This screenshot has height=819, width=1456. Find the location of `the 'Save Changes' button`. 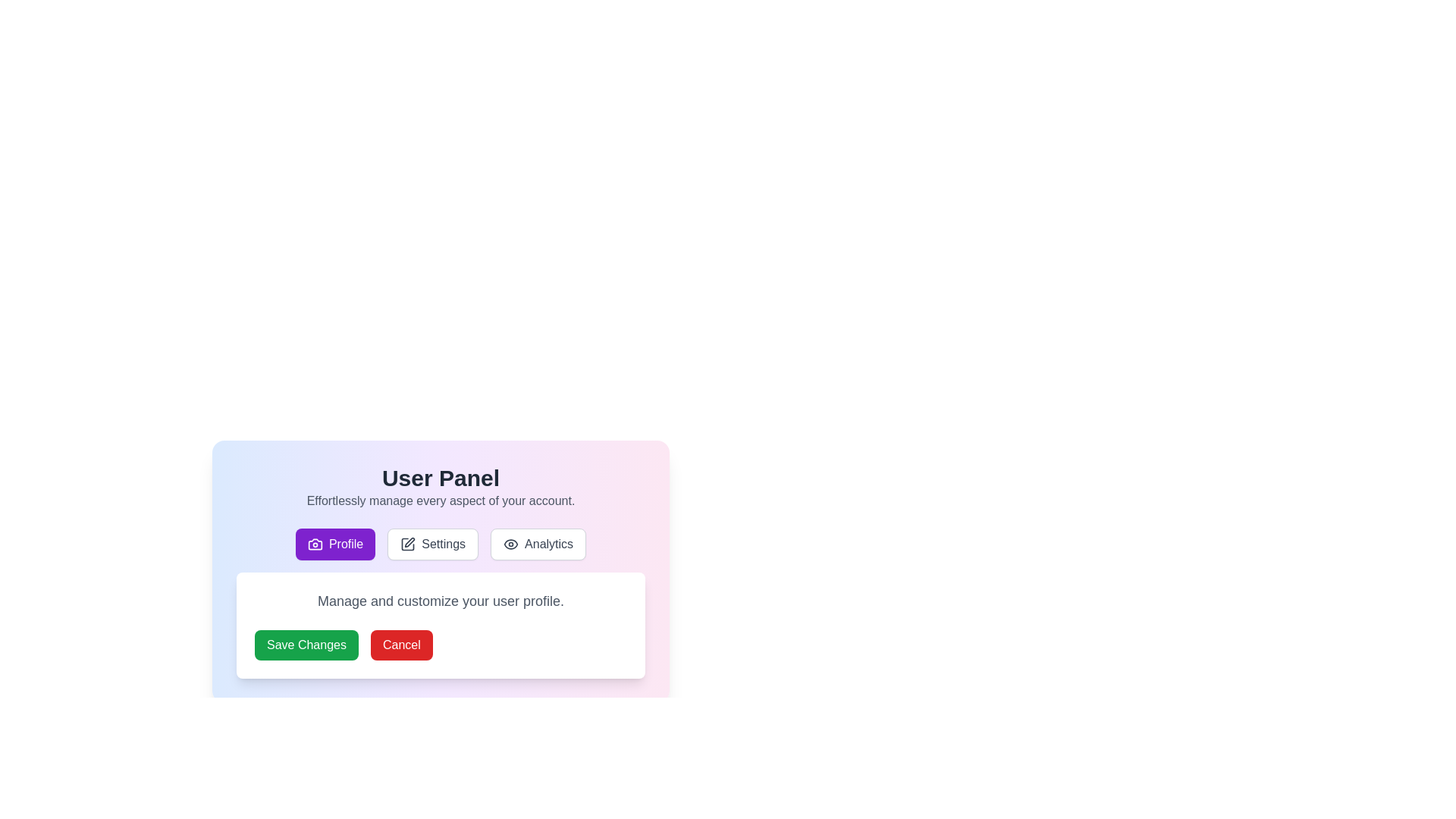

the 'Save Changes' button is located at coordinates (306, 645).